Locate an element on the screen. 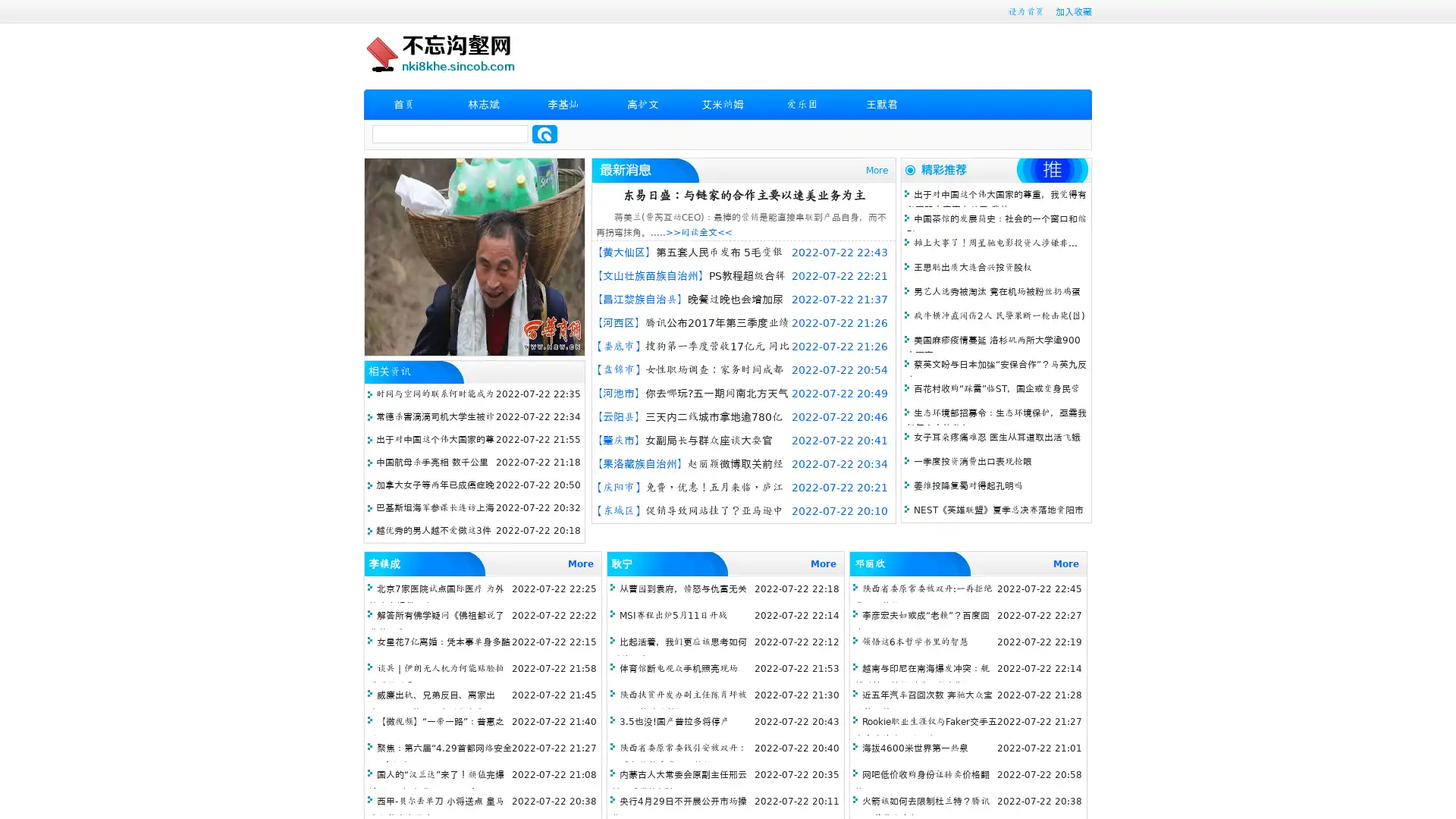  Search is located at coordinates (544, 133).